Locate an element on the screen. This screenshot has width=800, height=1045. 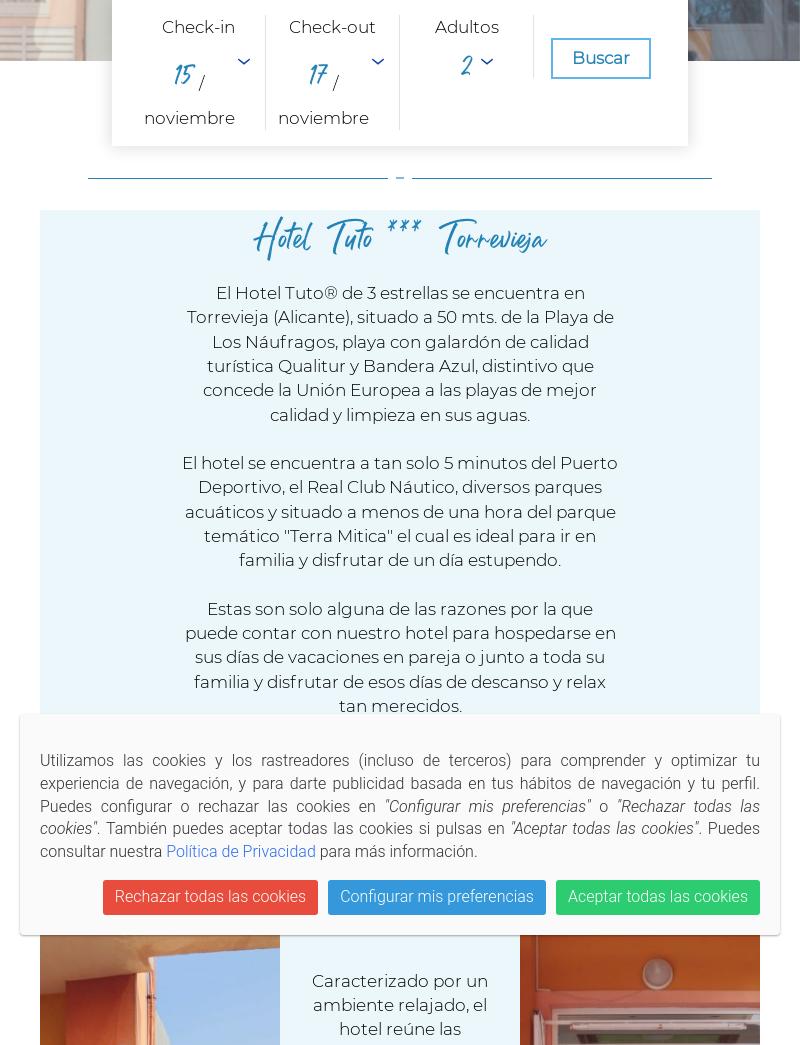
'Buscar' is located at coordinates (600, 55).